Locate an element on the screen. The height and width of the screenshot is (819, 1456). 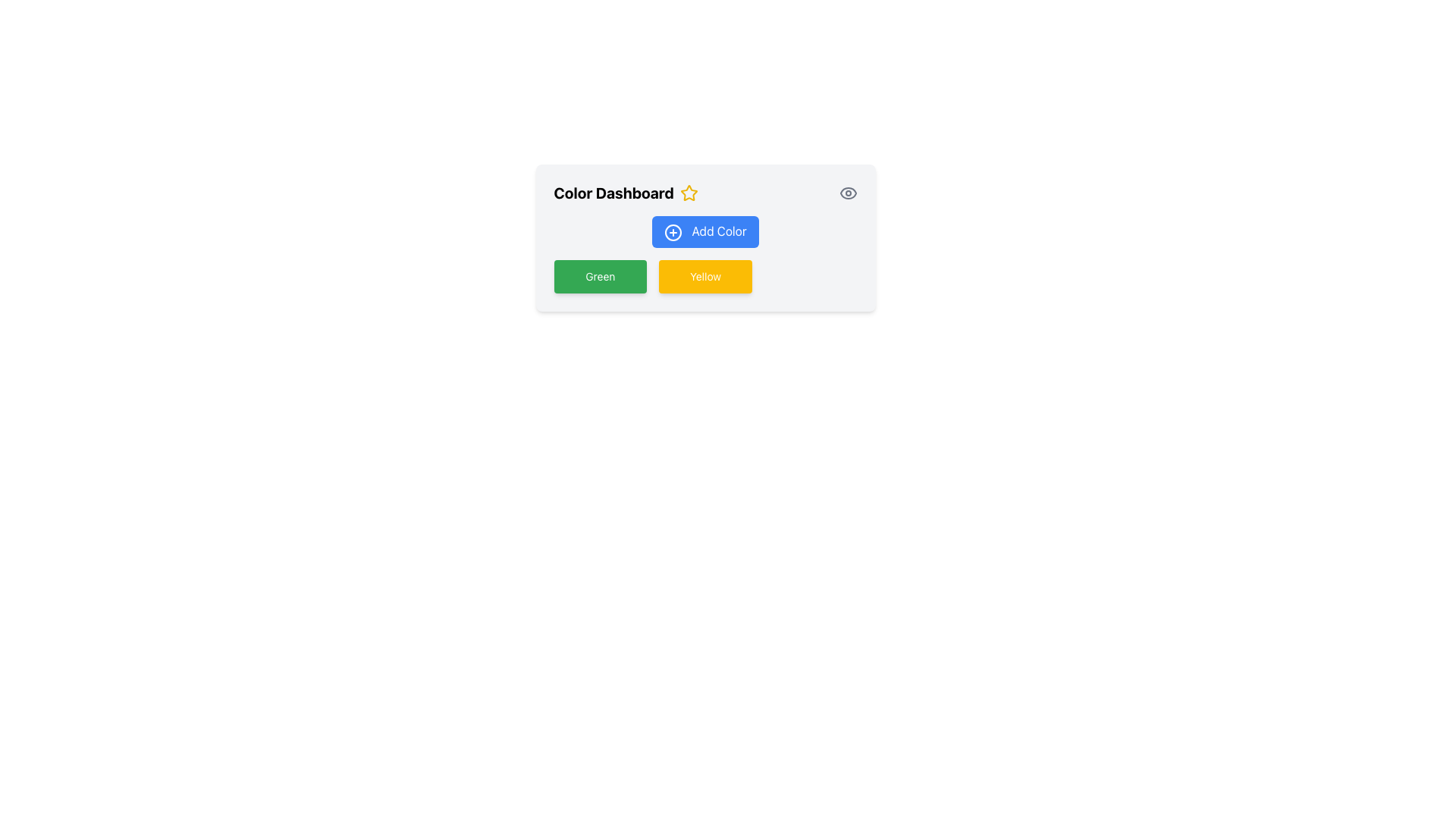
the visibility icon located in the top right corner of the 'Color Dashboard' section is located at coordinates (847, 192).